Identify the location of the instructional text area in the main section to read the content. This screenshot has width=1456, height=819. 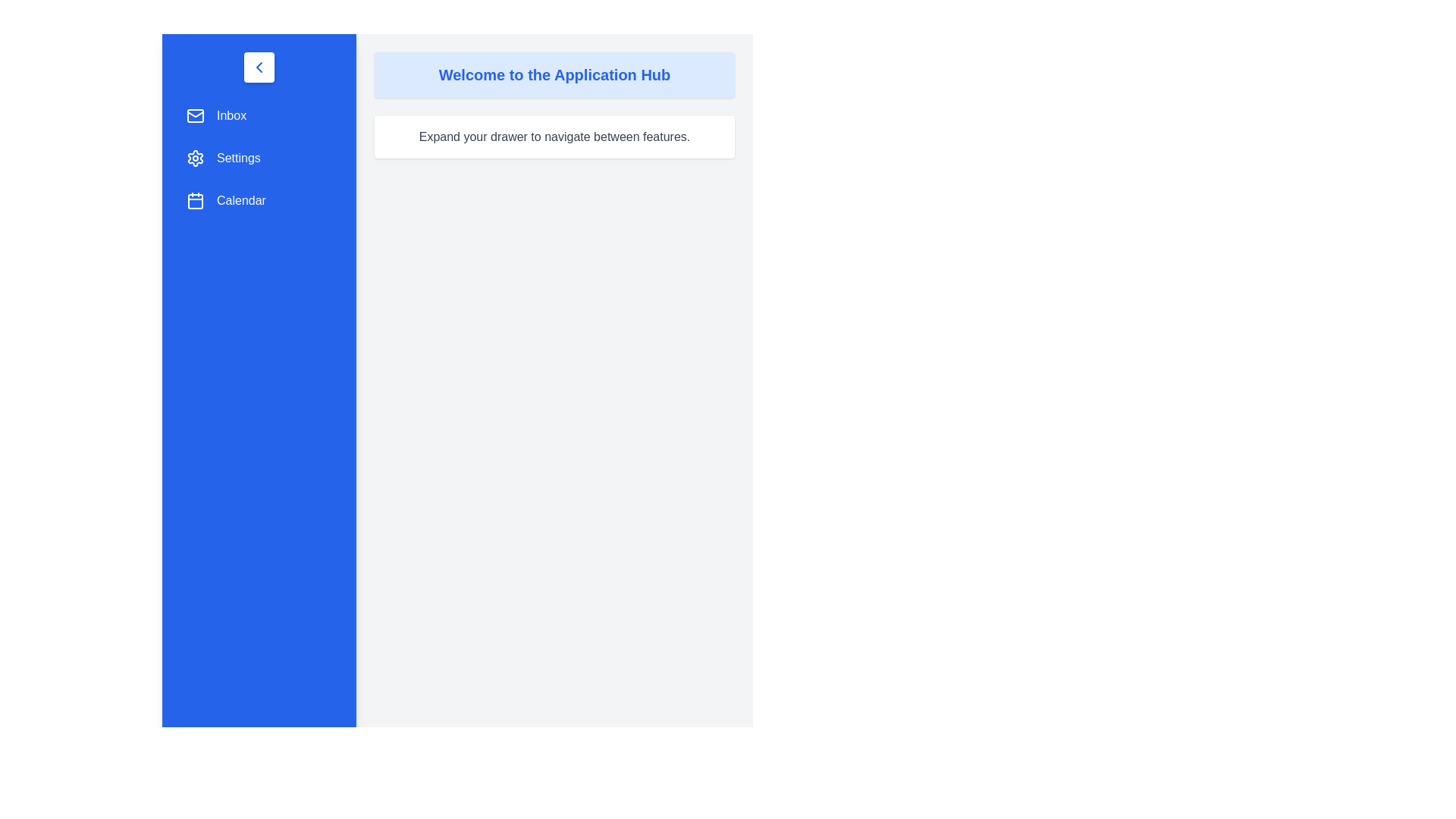
(554, 137).